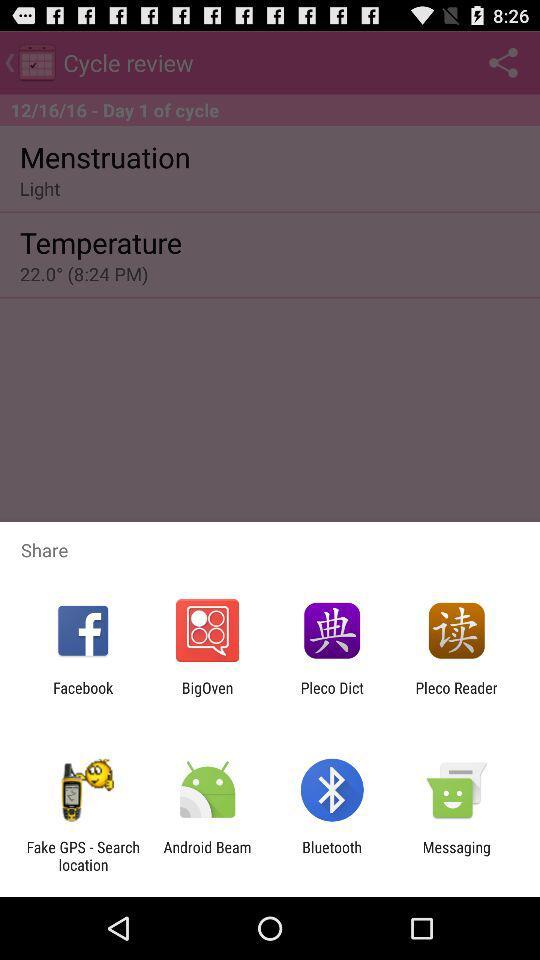 This screenshot has height=960, width=540. What do you see at coordinates (206, 855) in the screenshot?
I see `item to the left of bluetooth item` at bounding box center [206, 855].